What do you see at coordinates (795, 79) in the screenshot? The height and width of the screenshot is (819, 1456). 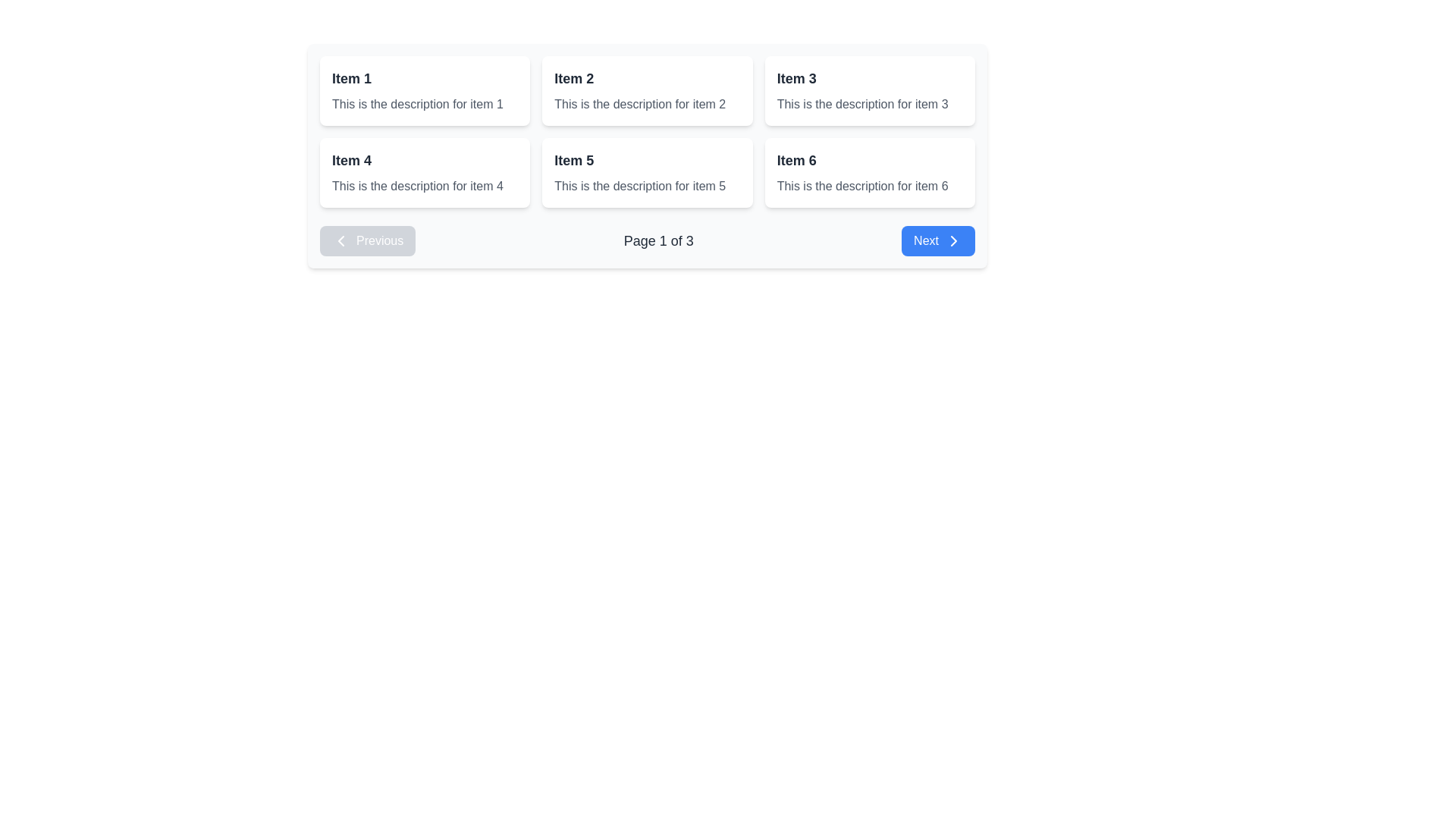 I see `the text label that declares 'Item 3', which is styled in bold, large dark gray font, located at the upper section of the third card in the top-right corner of the grid layout` at bounding box center [795, 79].